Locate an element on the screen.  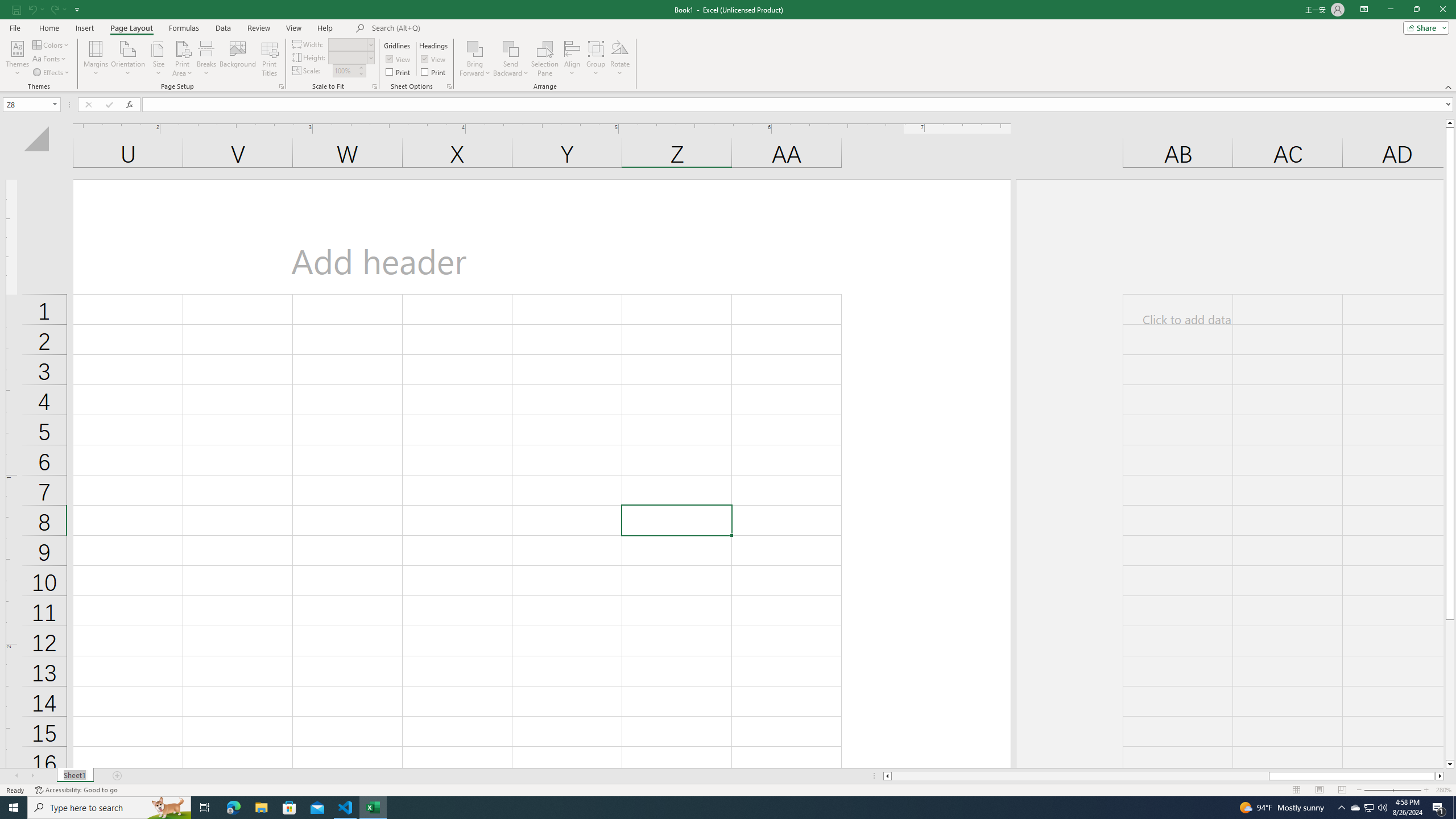
'Align' is located at coordinates (572, 59).